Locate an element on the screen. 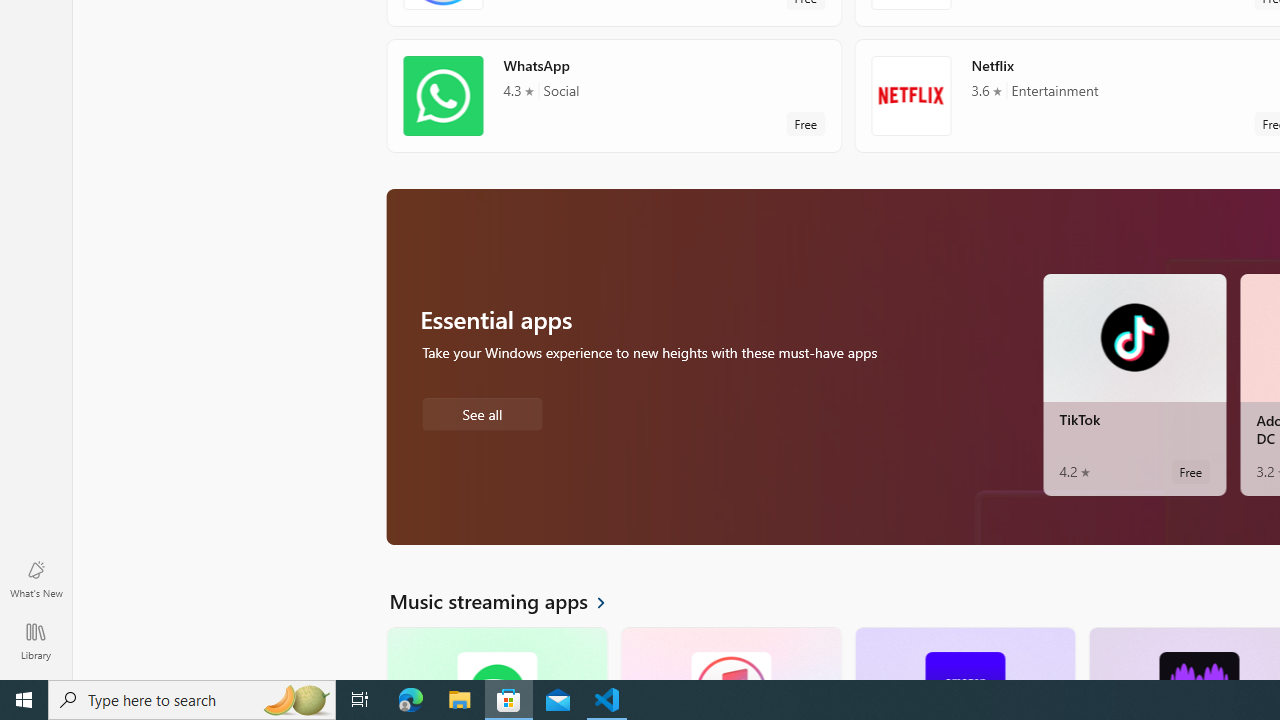  'TikTok. Average rating of 4.2 out of five stars. Free  ' is located at coordinates (1134, 384).